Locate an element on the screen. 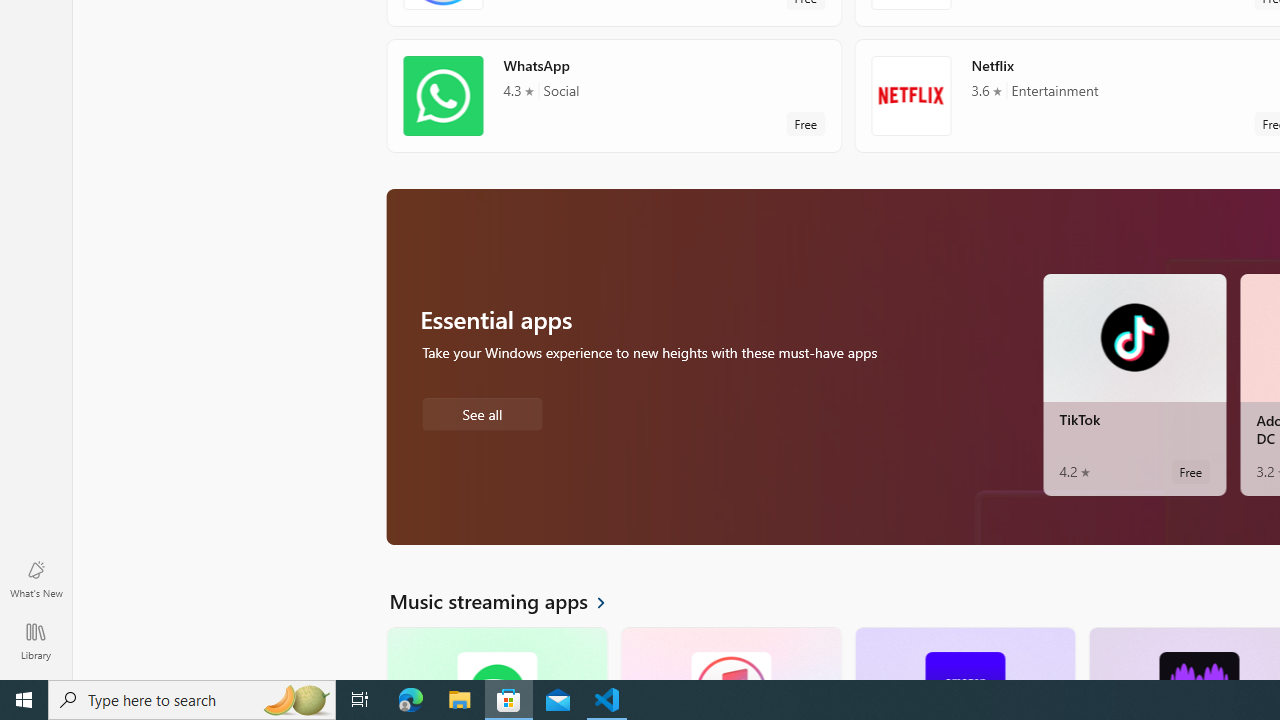  'TikTok. Average rating of 4.2 out of five stars. Free  ' is located at coordinates (1134, 384).